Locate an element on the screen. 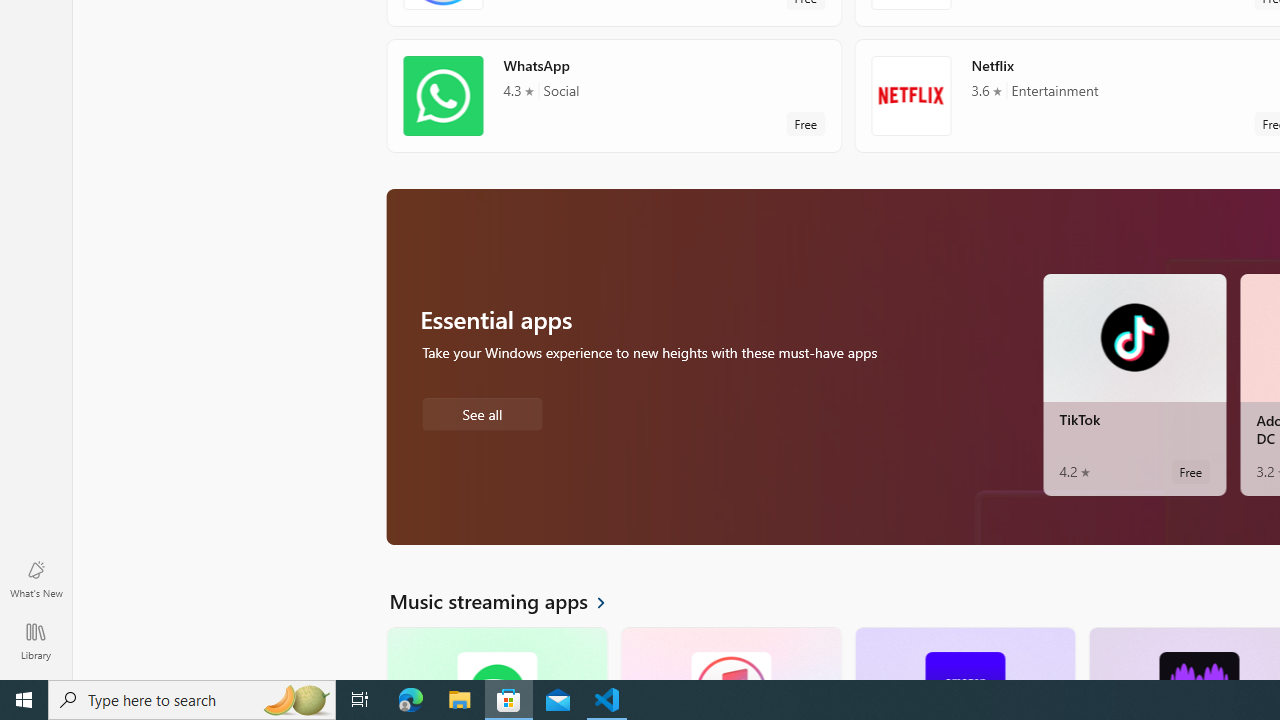  'TikTok. Average rating of 4.2 out of five stars. Free  ' is located at coordinates (1134, 384).